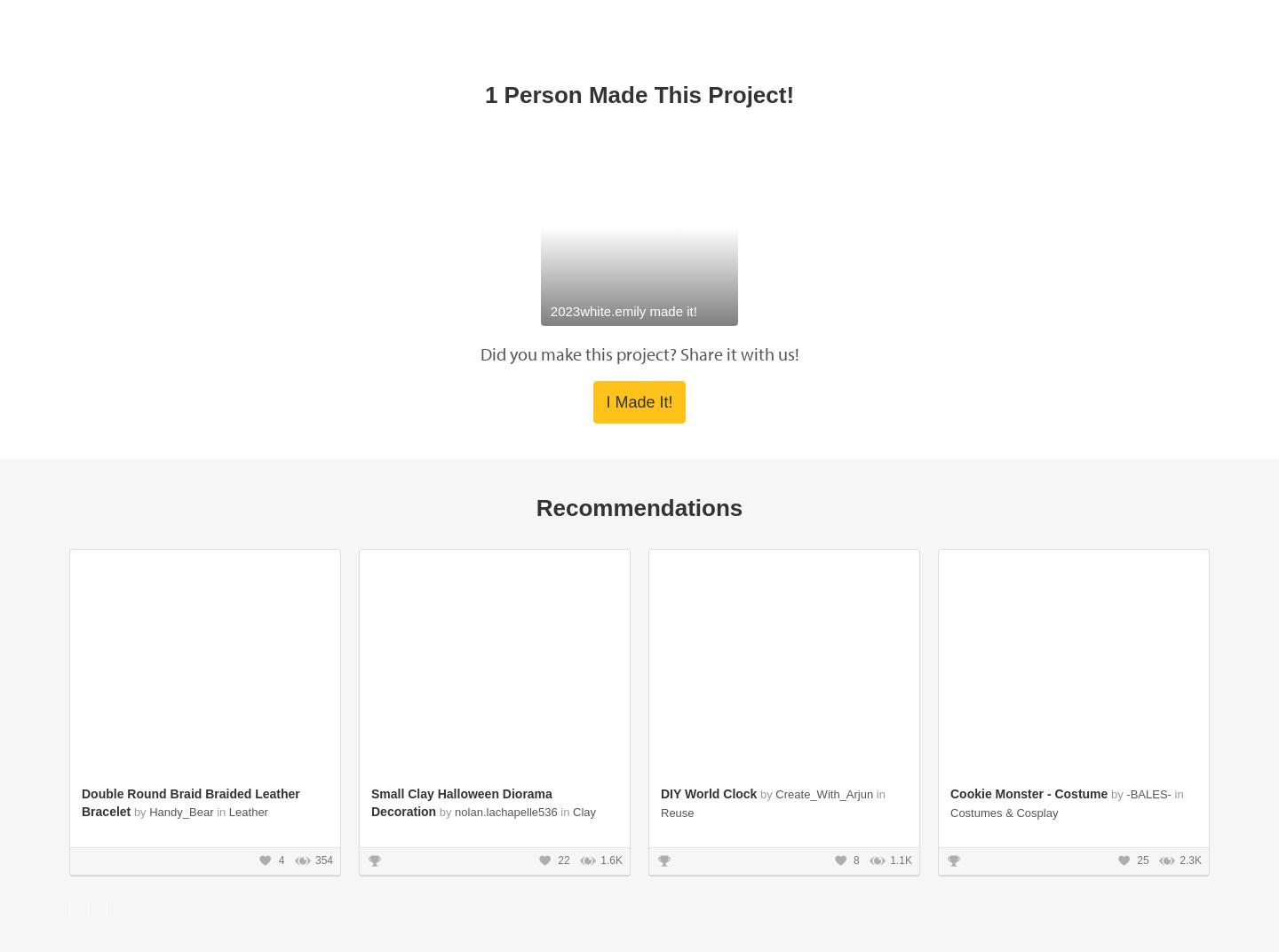  Describe the element at coordinates (1003, 402) in the screenshot. I see `'Costumes & Cosplay'` at that location.